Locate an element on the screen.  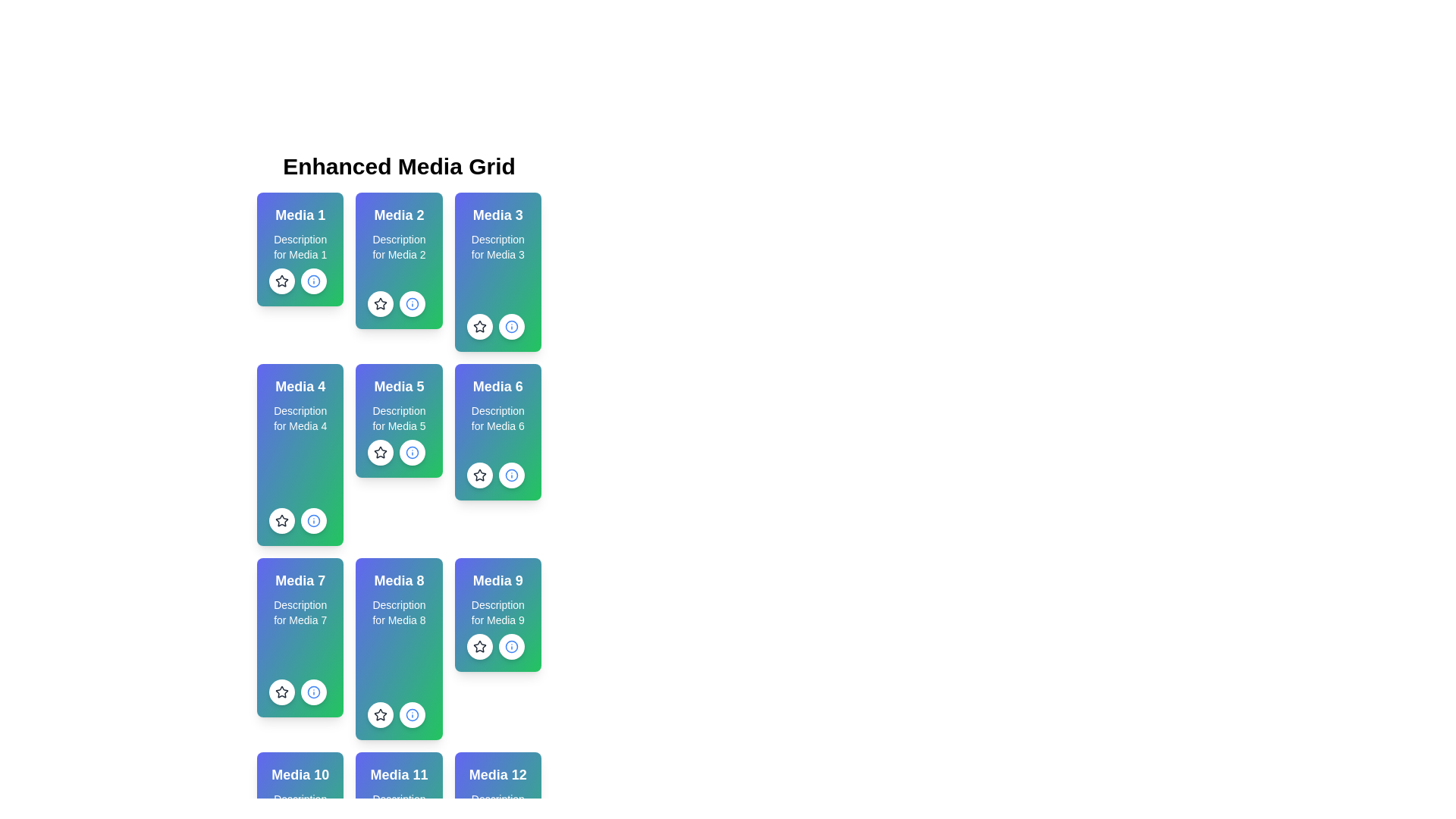
the decorative or informational icon located at the bottom right corner of the 'Media 5' card in the second row of the grid is located at coordinates (413, 304).